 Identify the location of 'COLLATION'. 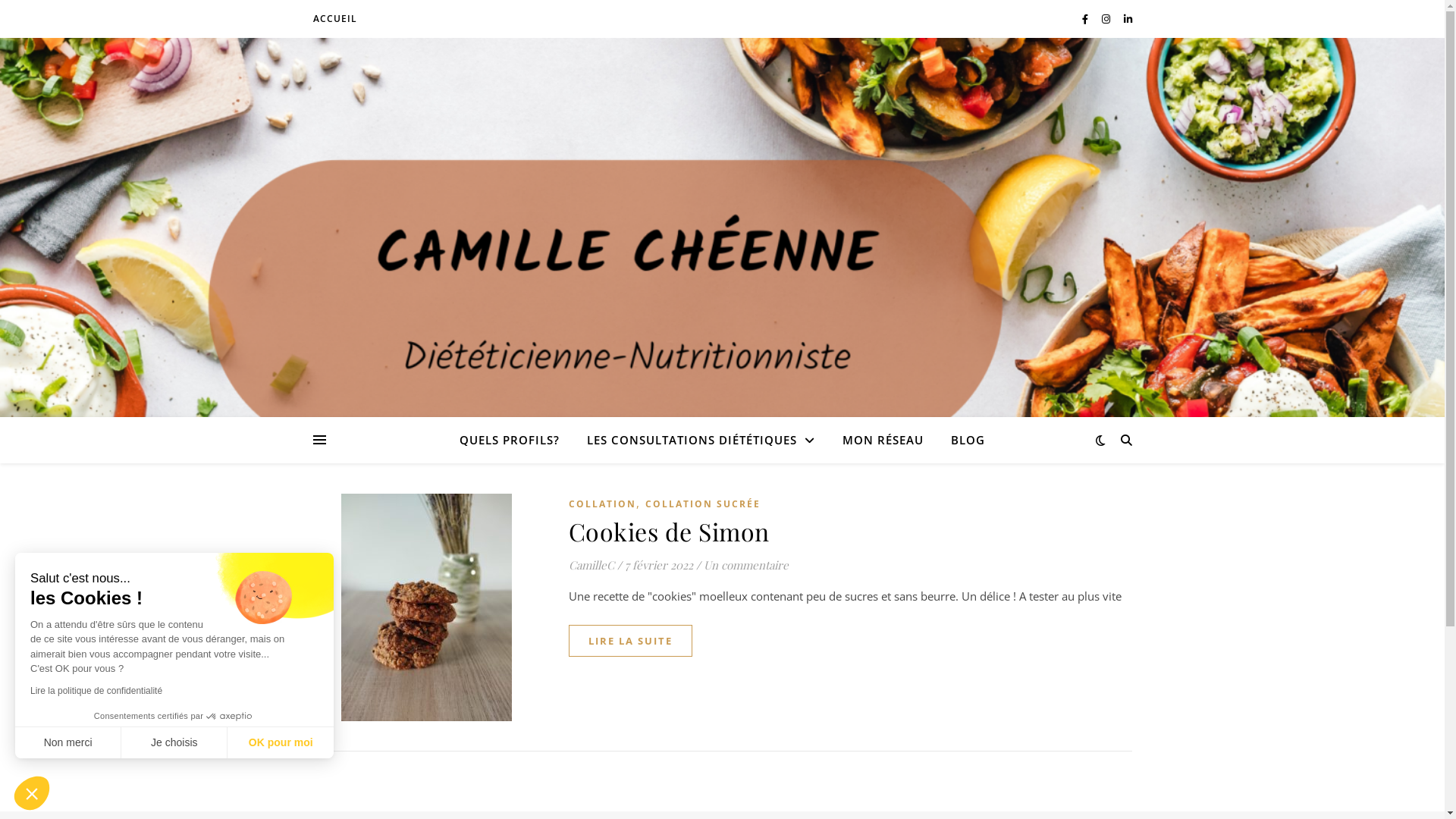
(601, 504).